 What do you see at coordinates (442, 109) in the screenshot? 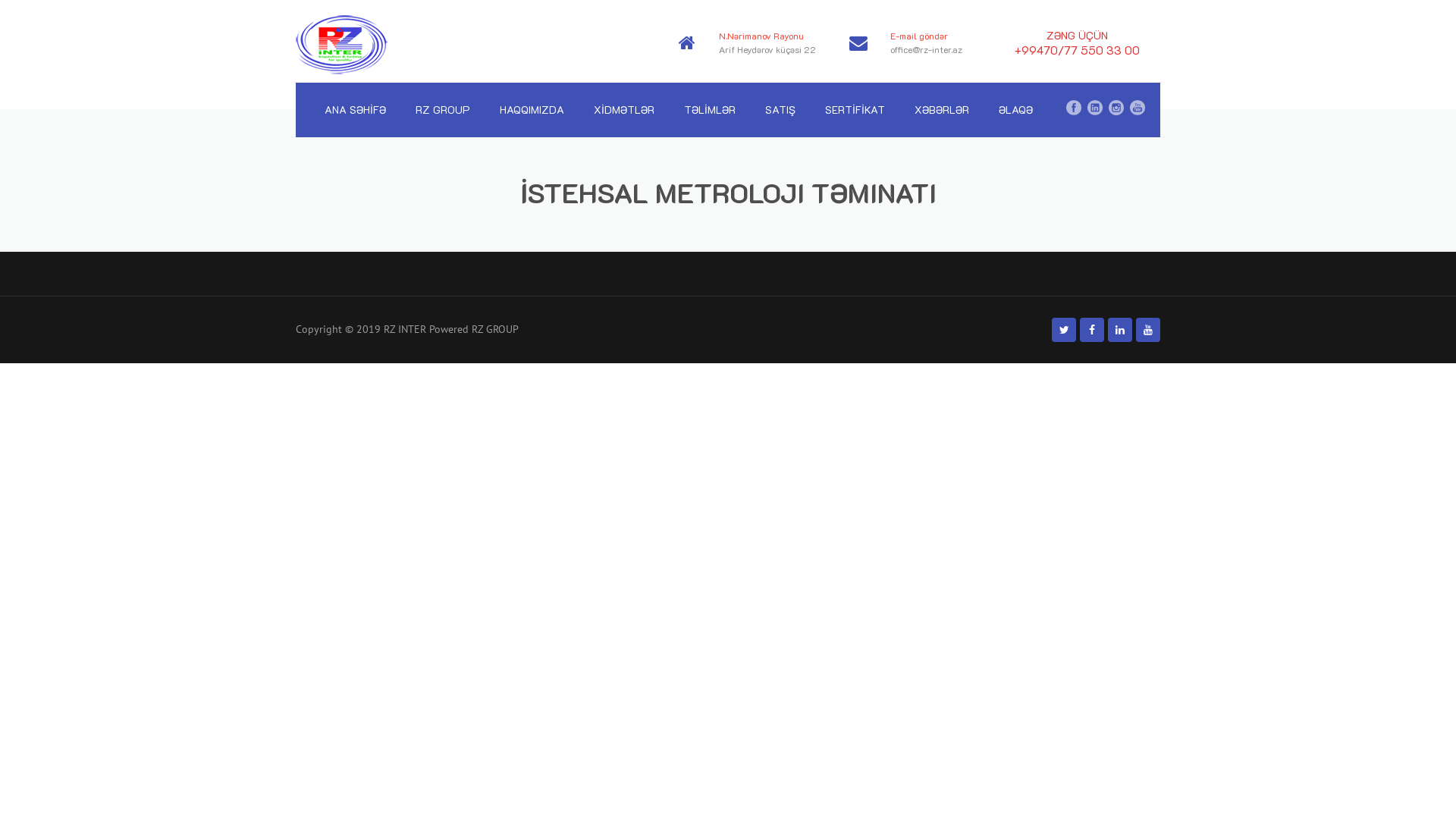
I see `'RZ GROUP'` at bounding box center [442, 109].